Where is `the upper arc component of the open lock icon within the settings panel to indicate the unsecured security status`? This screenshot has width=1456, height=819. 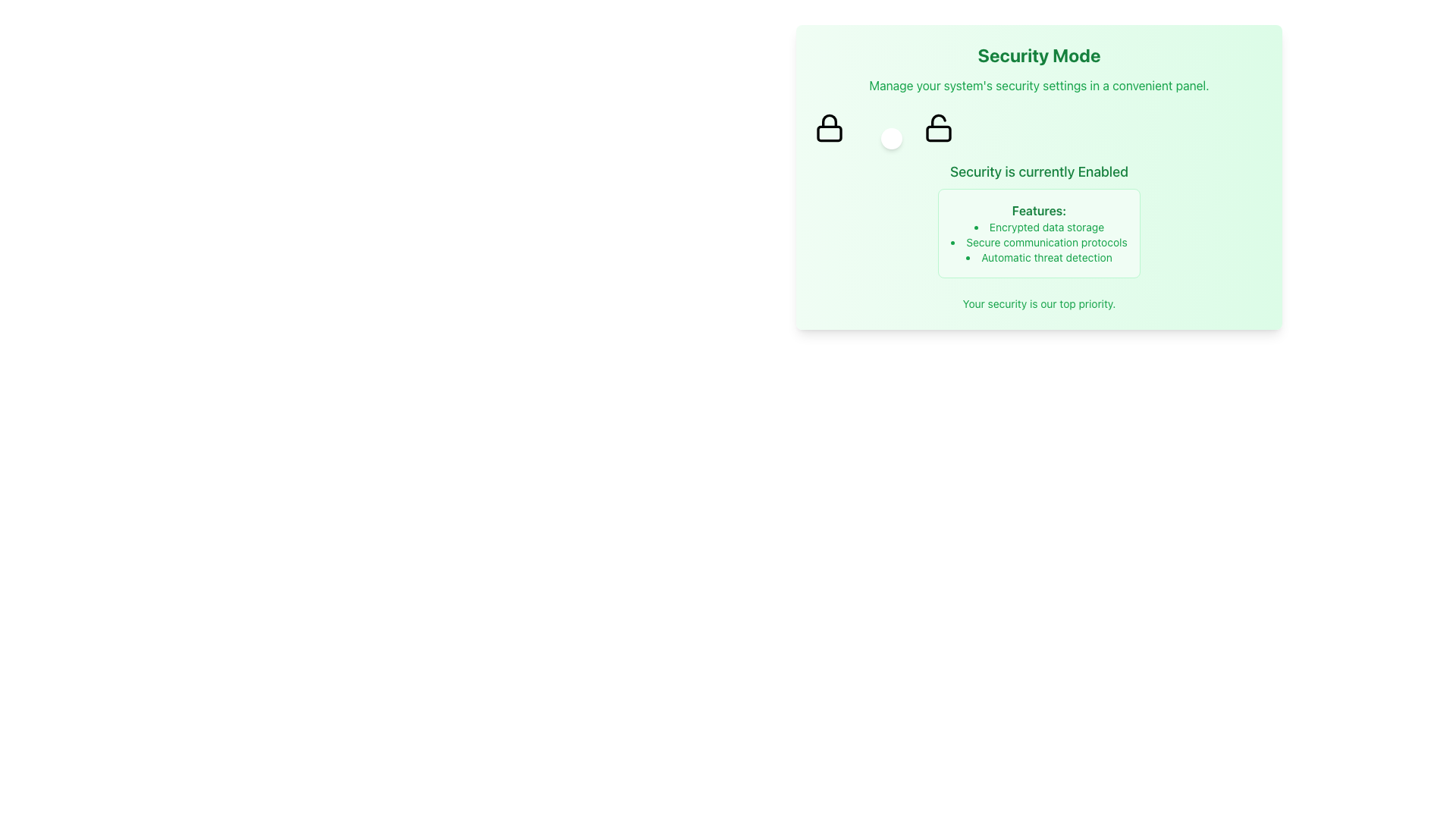 the upper arc component of the open lock icon within the settings panel to indicate the unsecured security status is located at coordinates (938, 120).